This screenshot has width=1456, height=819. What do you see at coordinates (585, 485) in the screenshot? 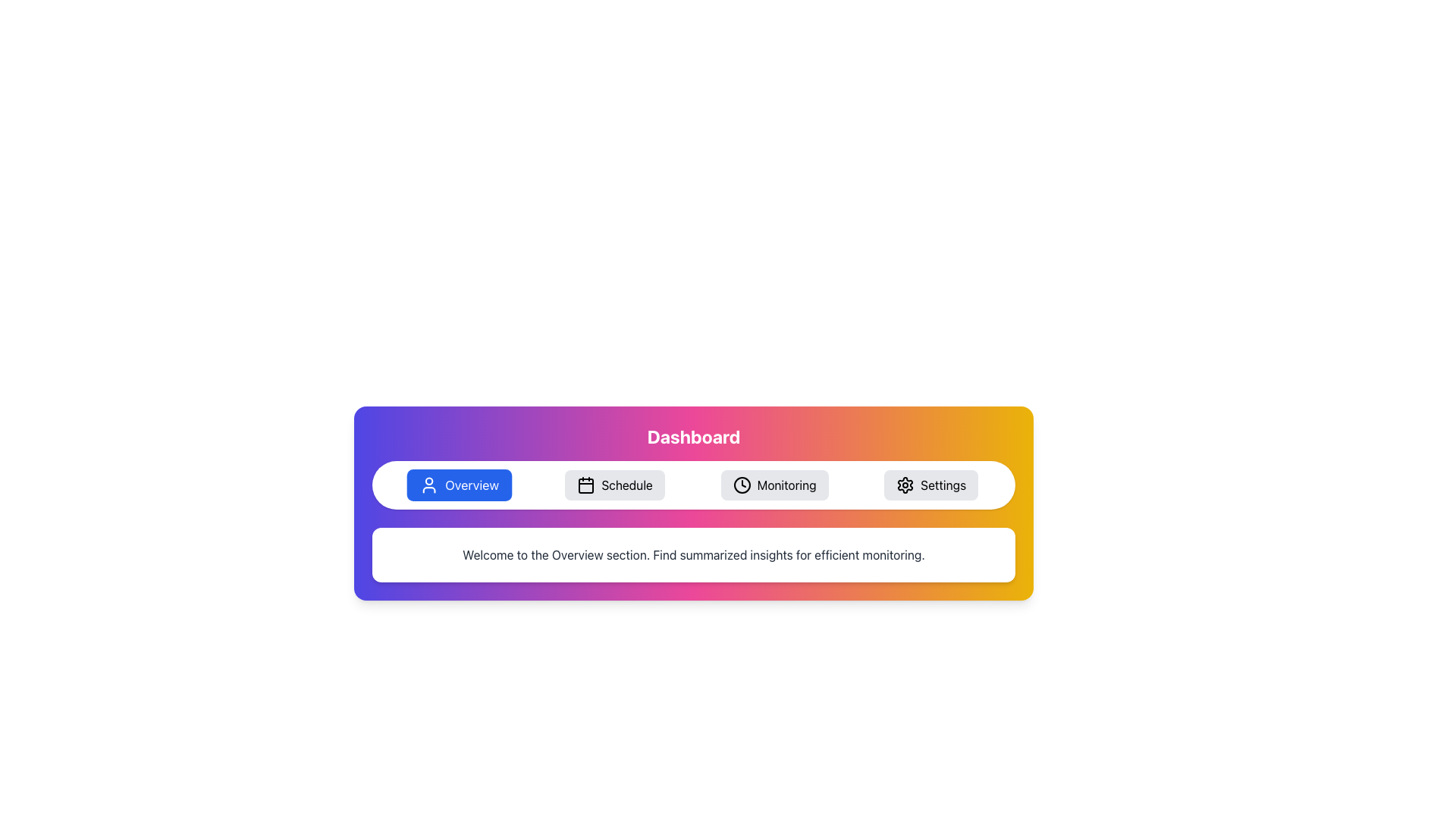
I see `the calendar icon in the navigation bar under the 'Schedule' label` at bounding box center [585, 485].